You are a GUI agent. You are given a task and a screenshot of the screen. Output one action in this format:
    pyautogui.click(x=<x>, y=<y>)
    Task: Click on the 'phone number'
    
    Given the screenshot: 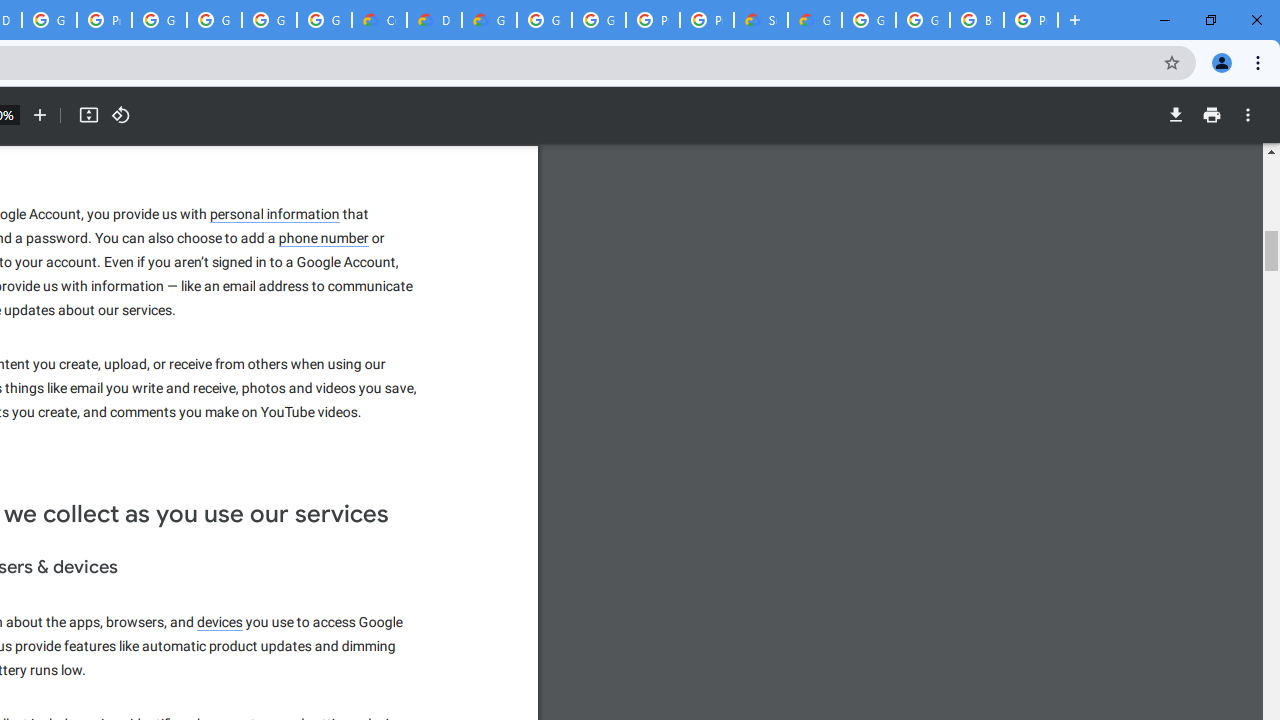 What is the action you would take?
    pyautogui.click(x=324, y=237)
    